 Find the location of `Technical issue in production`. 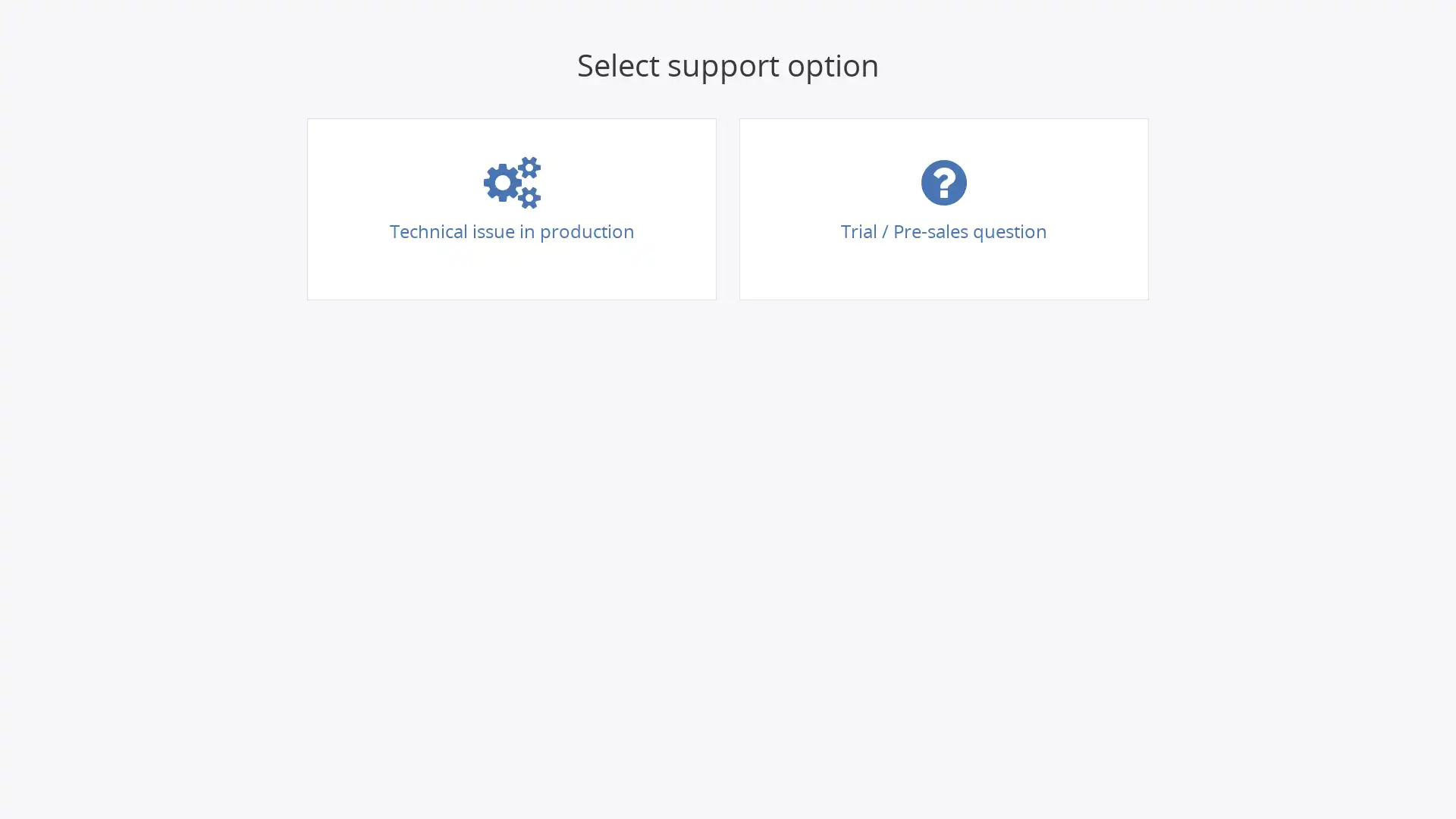

Technical issue in production is located at coordinates (512, 209).